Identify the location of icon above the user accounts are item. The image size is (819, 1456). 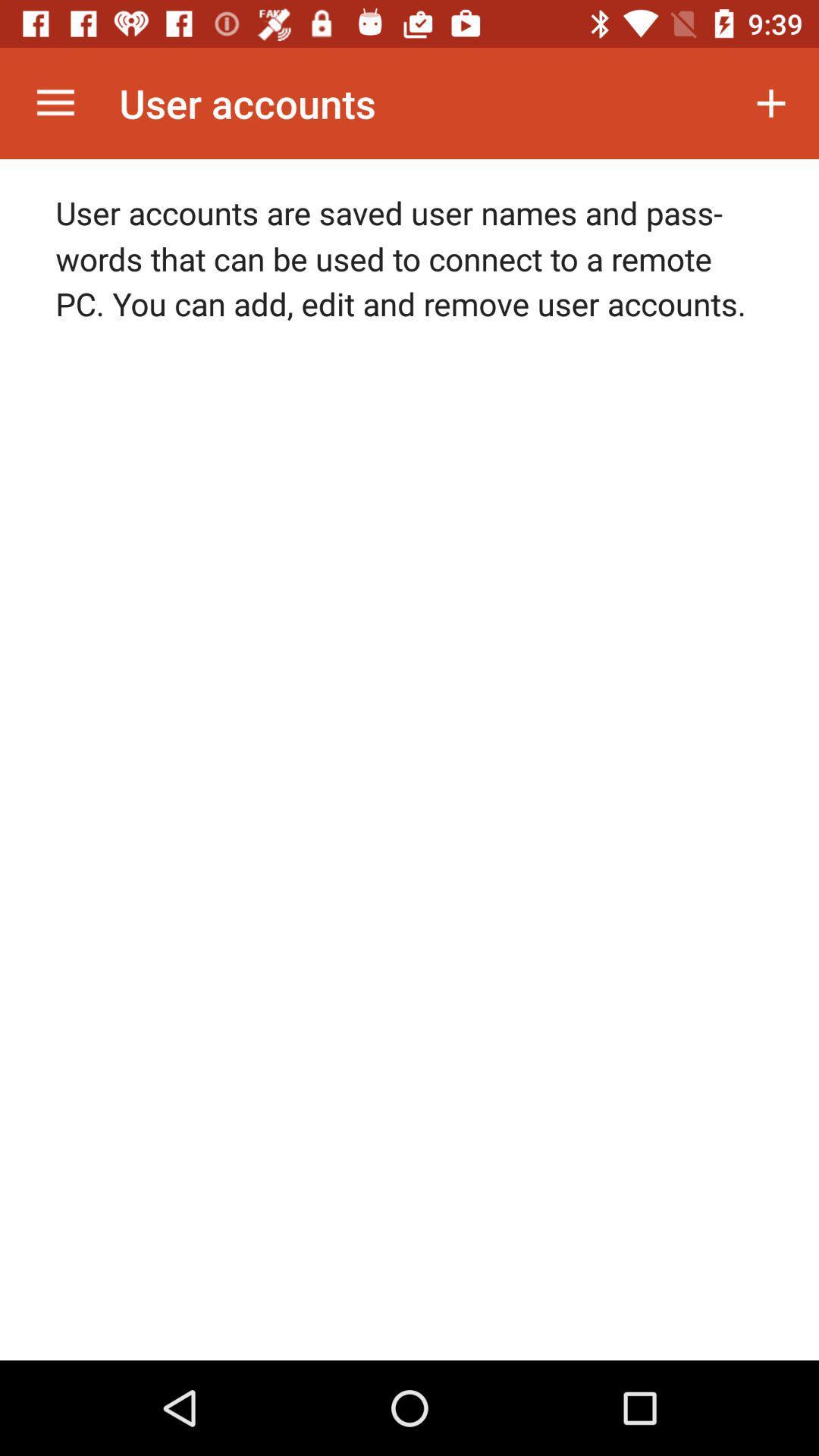
(55, 102).